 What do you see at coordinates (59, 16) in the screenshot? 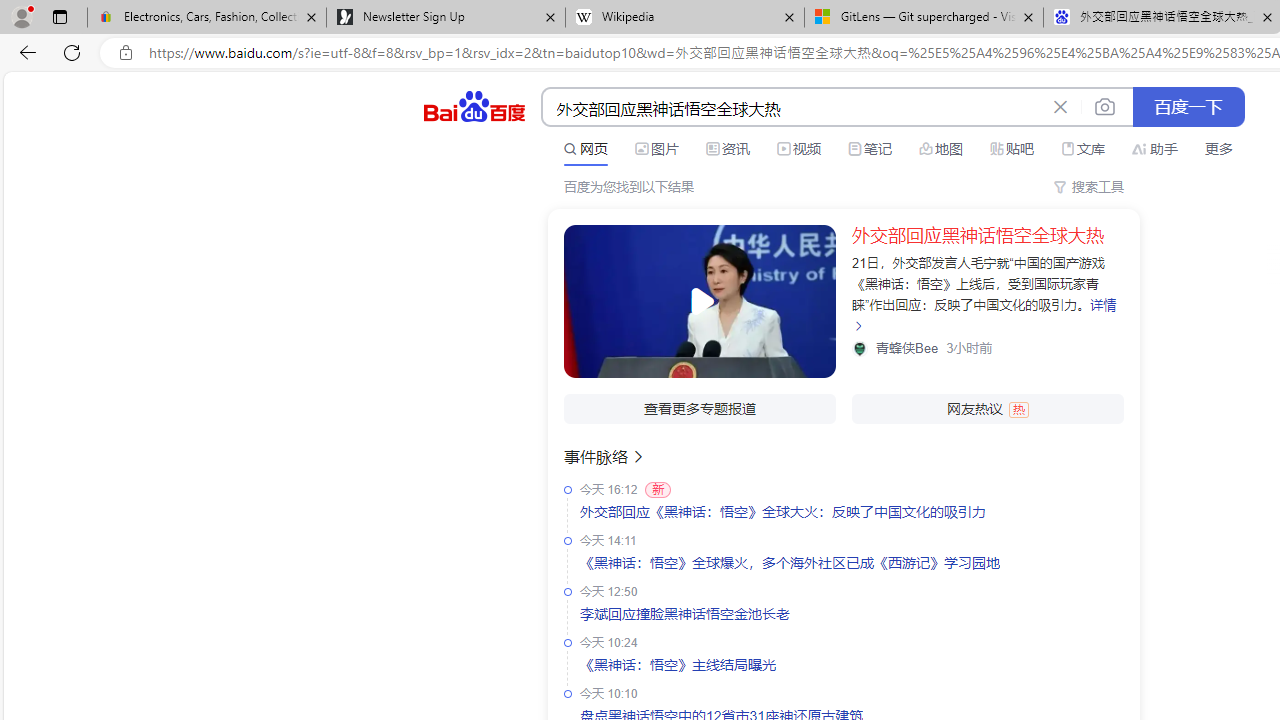
I see `'Tab actions menu'` at bounding box center [59, 16].